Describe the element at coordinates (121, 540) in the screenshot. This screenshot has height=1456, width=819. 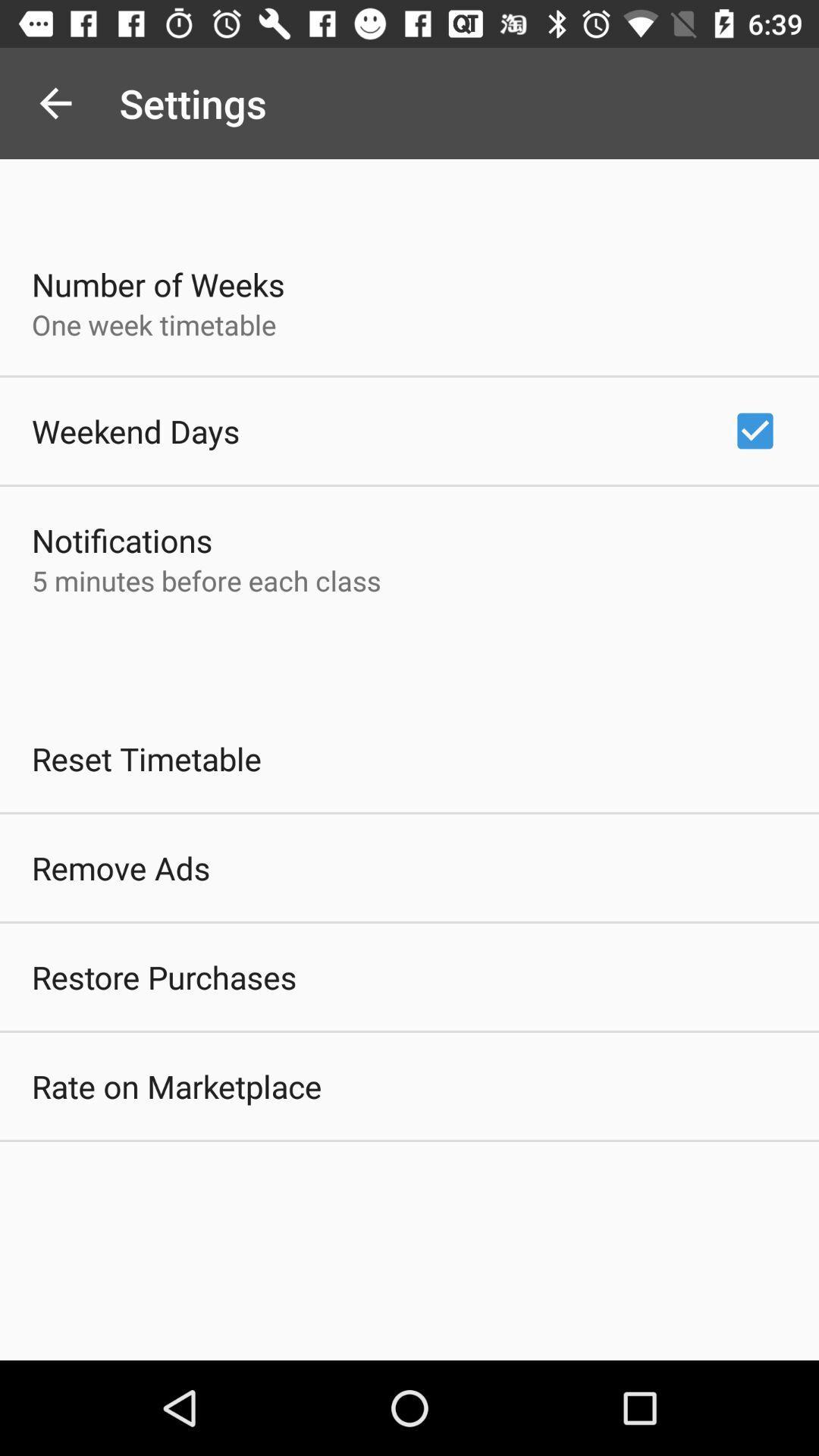
I see `notifications app` at that location.